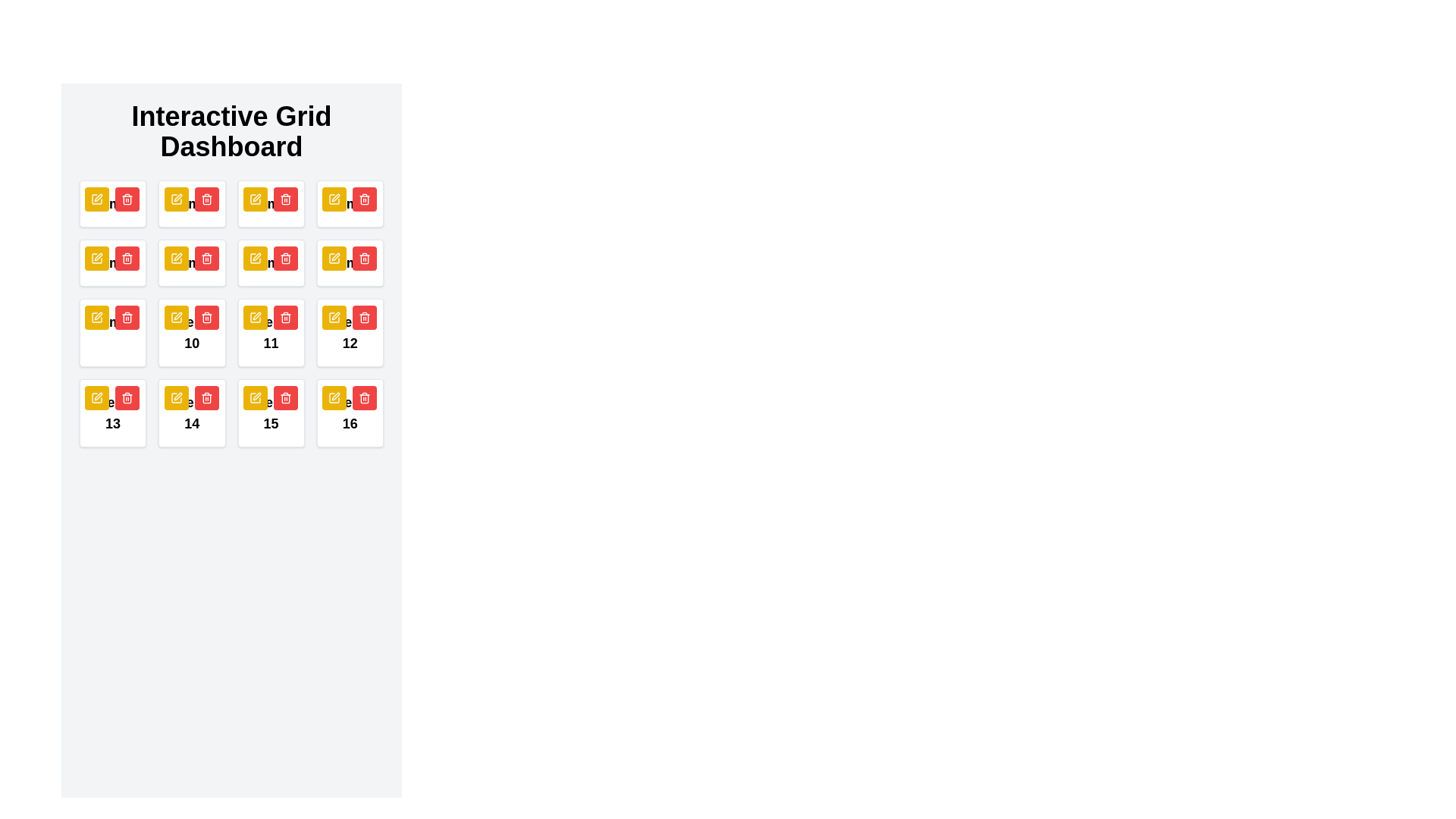 This screenshot has height=819, width=1456. What do you see at coordinates (348, 257) in the screenshot?
I see `keyboard navigation` at bounding box center [348, 257].